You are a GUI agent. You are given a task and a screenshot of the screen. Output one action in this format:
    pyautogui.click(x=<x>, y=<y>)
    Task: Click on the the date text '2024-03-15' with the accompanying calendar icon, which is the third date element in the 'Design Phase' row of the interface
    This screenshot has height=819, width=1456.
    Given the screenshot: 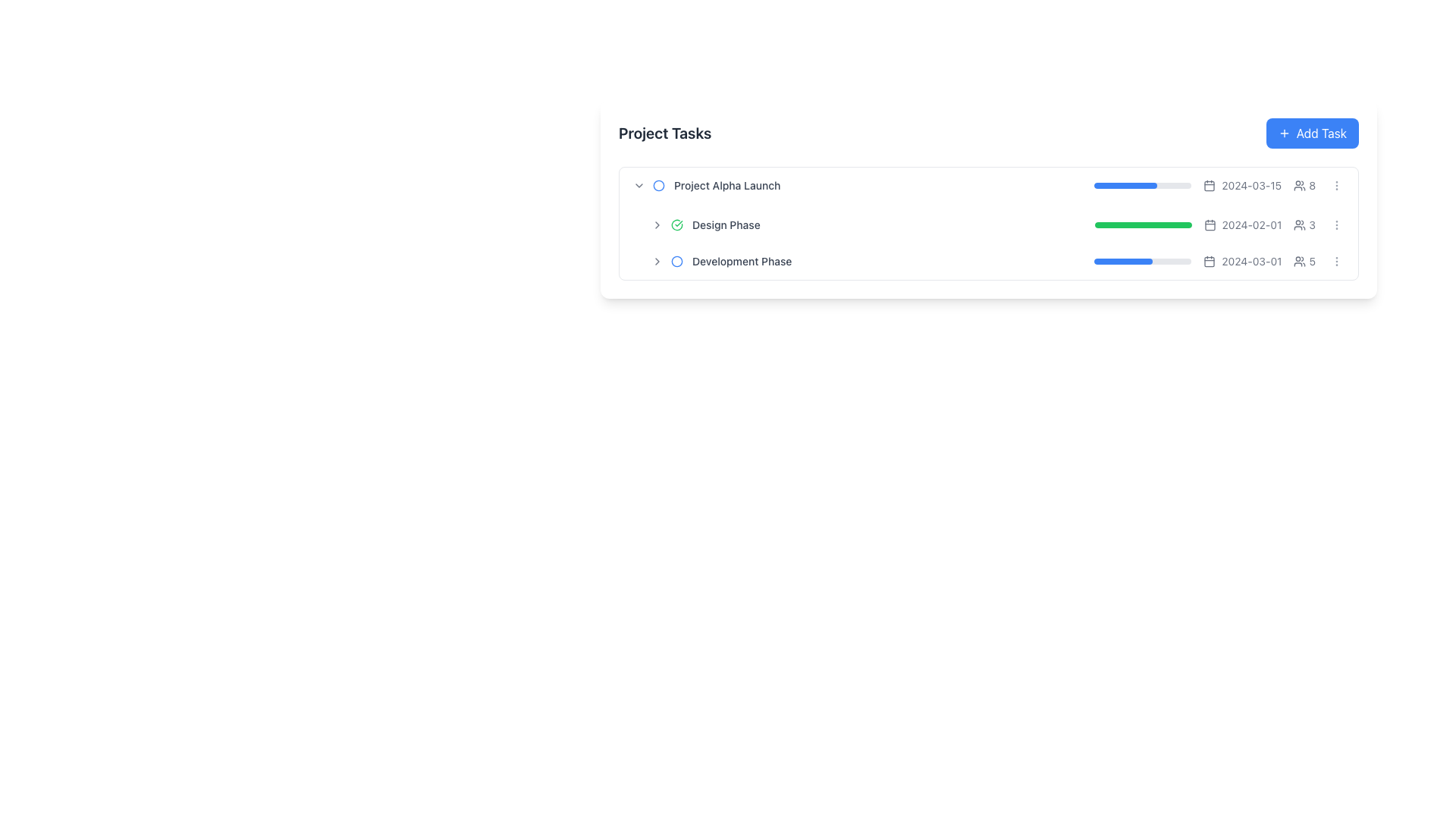 What is the action you would take?
    pyautogui.click(x=1242, y=185)
    